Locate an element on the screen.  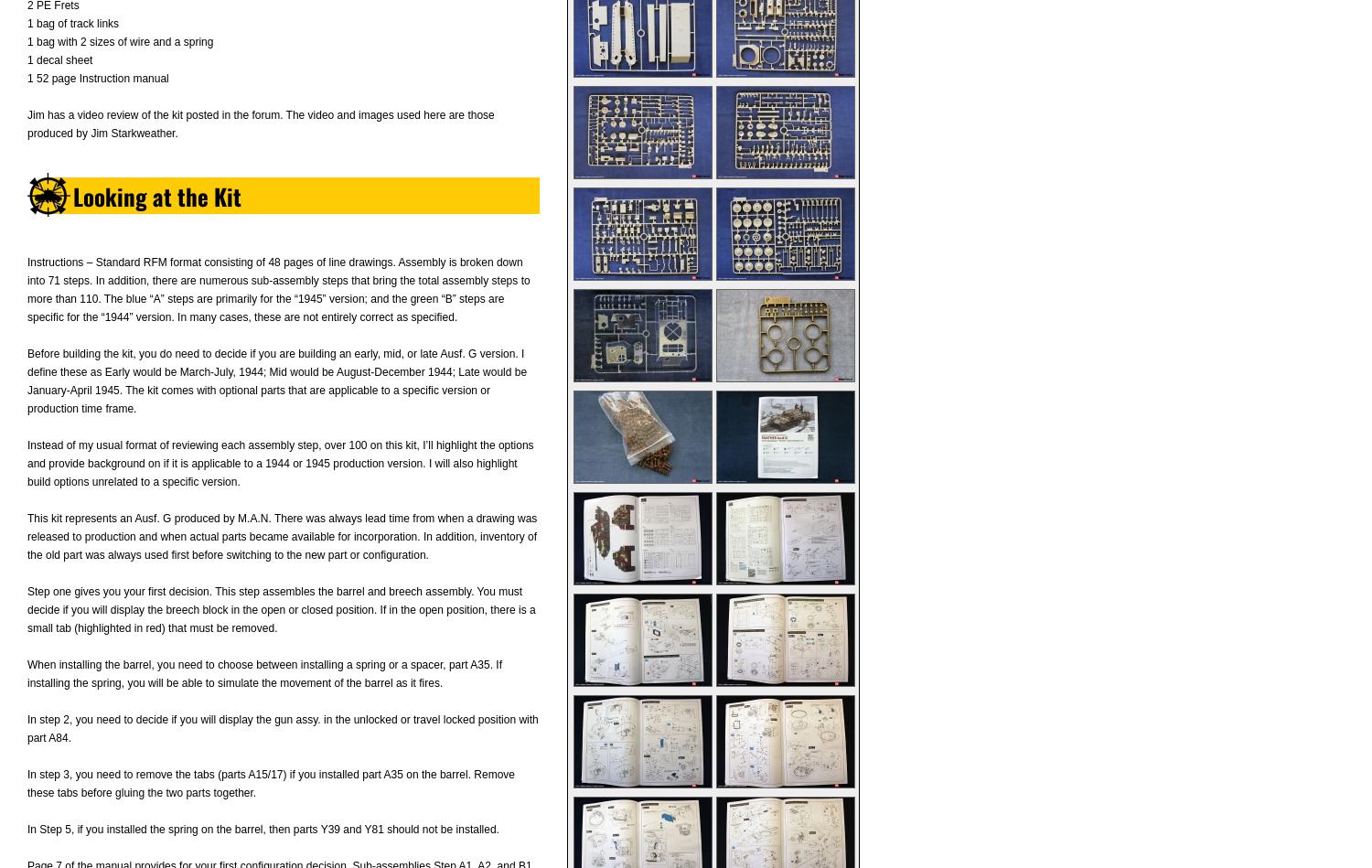
'1 52 page Instruction manual' is located at coordinates (96, 78).